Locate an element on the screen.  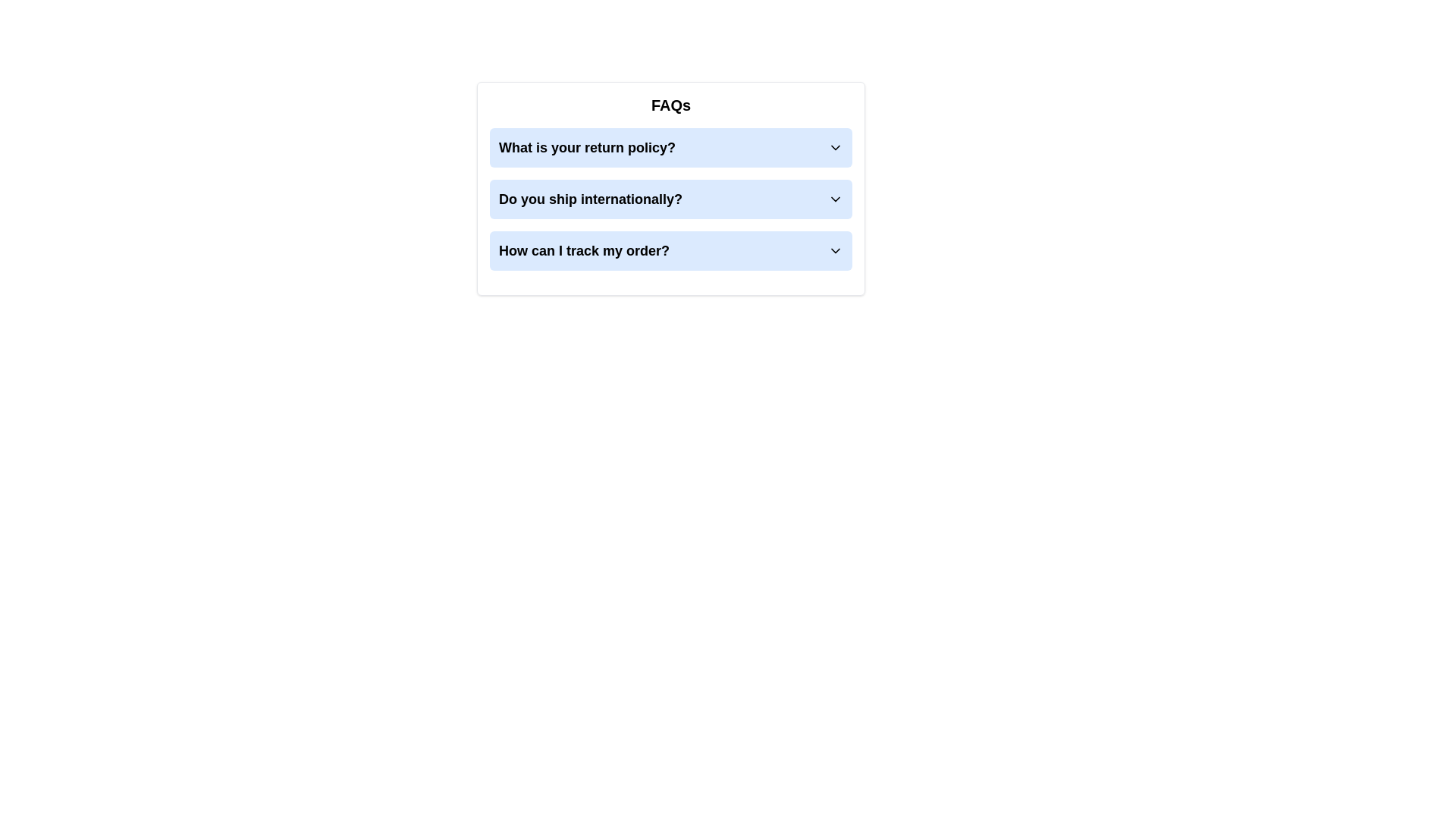
the downward-pointing chevron icon on the right side of the question 'How can I track my order?' is located at coordinates (835, 250).